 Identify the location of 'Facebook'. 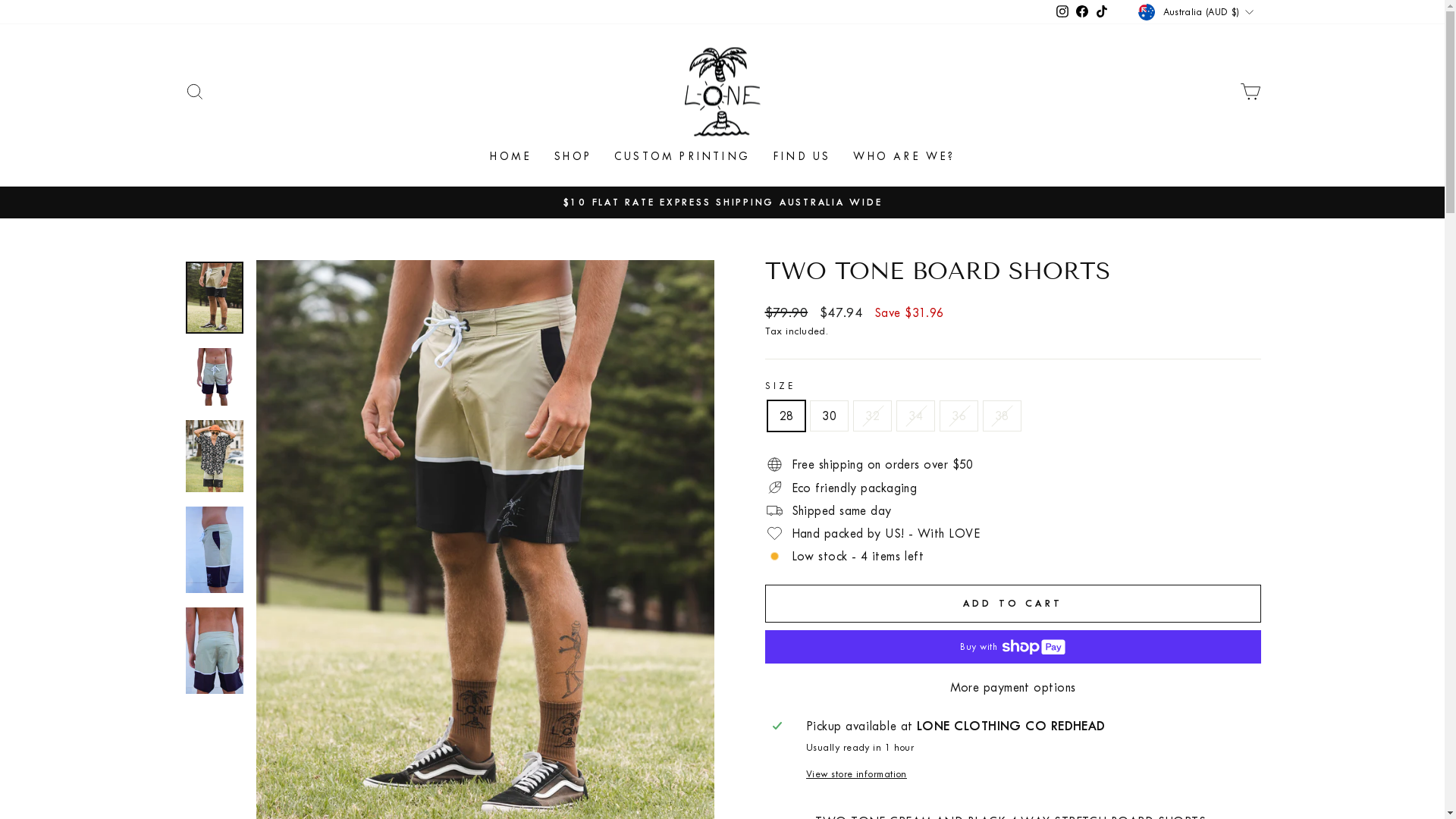
(1081, 11).